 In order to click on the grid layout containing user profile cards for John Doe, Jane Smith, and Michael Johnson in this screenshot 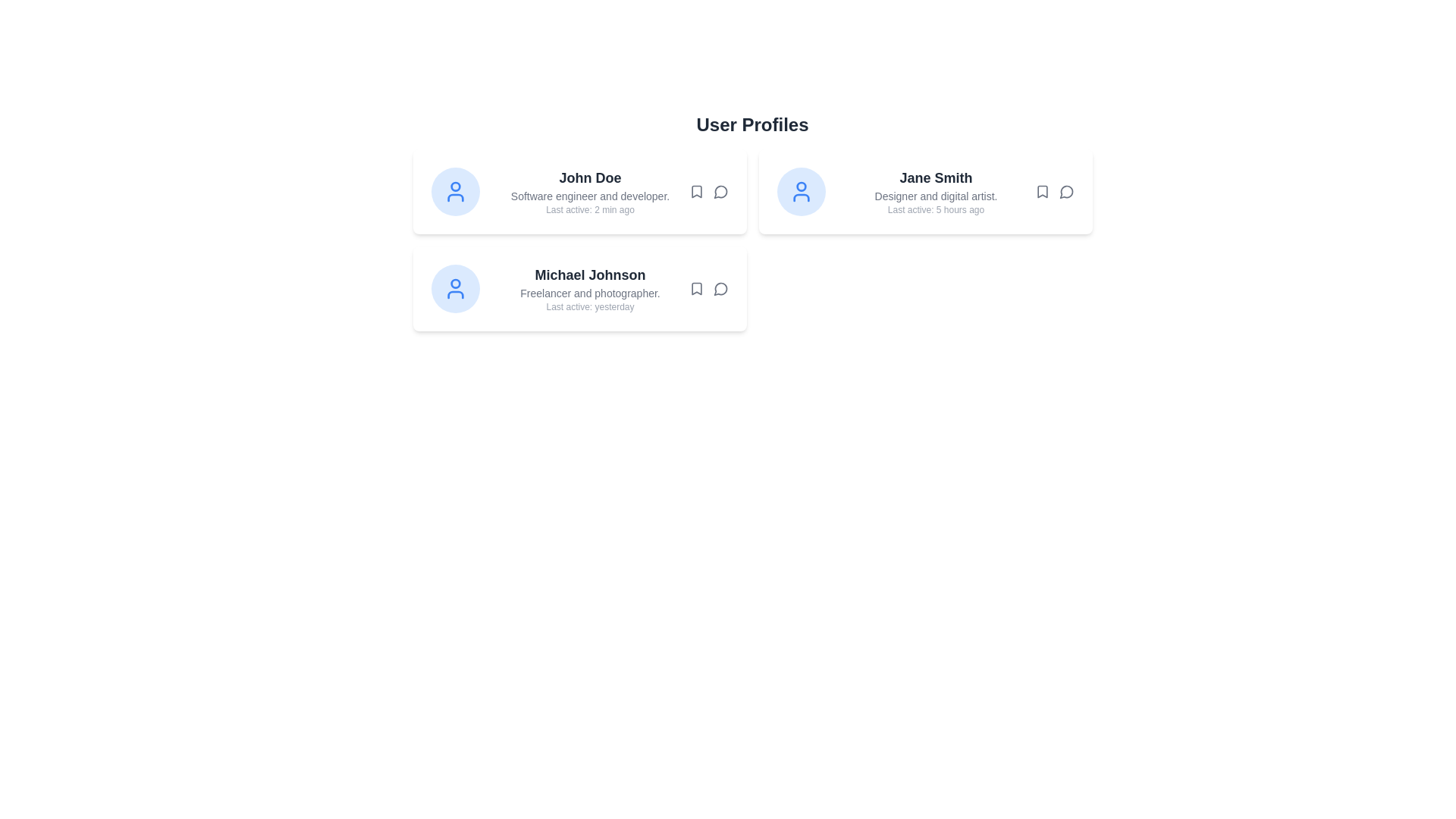, I will do `click(752, 239)`.